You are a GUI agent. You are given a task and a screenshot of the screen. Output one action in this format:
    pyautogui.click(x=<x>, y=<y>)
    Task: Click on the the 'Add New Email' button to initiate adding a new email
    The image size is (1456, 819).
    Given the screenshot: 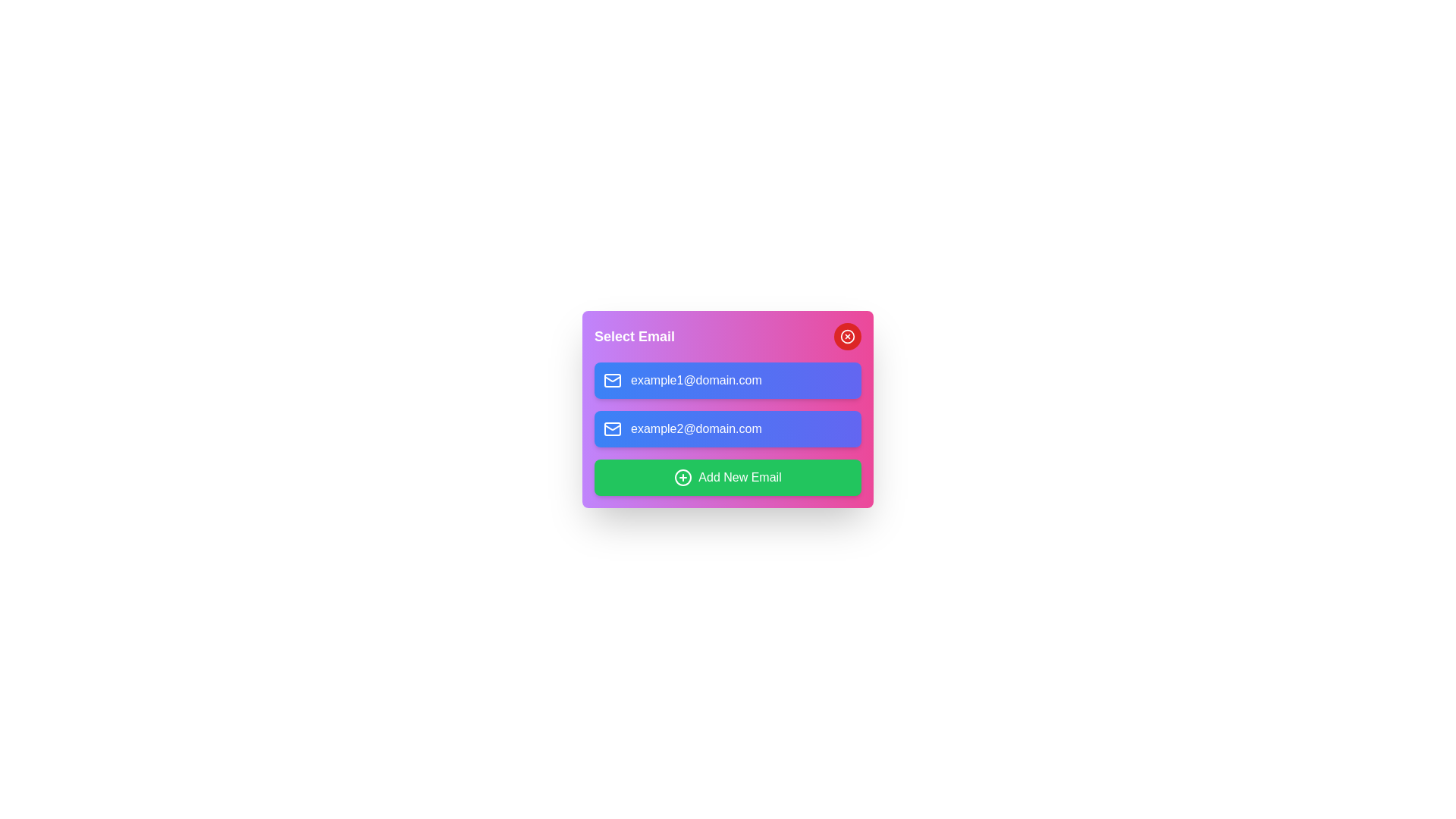 What is the action you would take?
    pyautogui.click(x=728, y=476)
    